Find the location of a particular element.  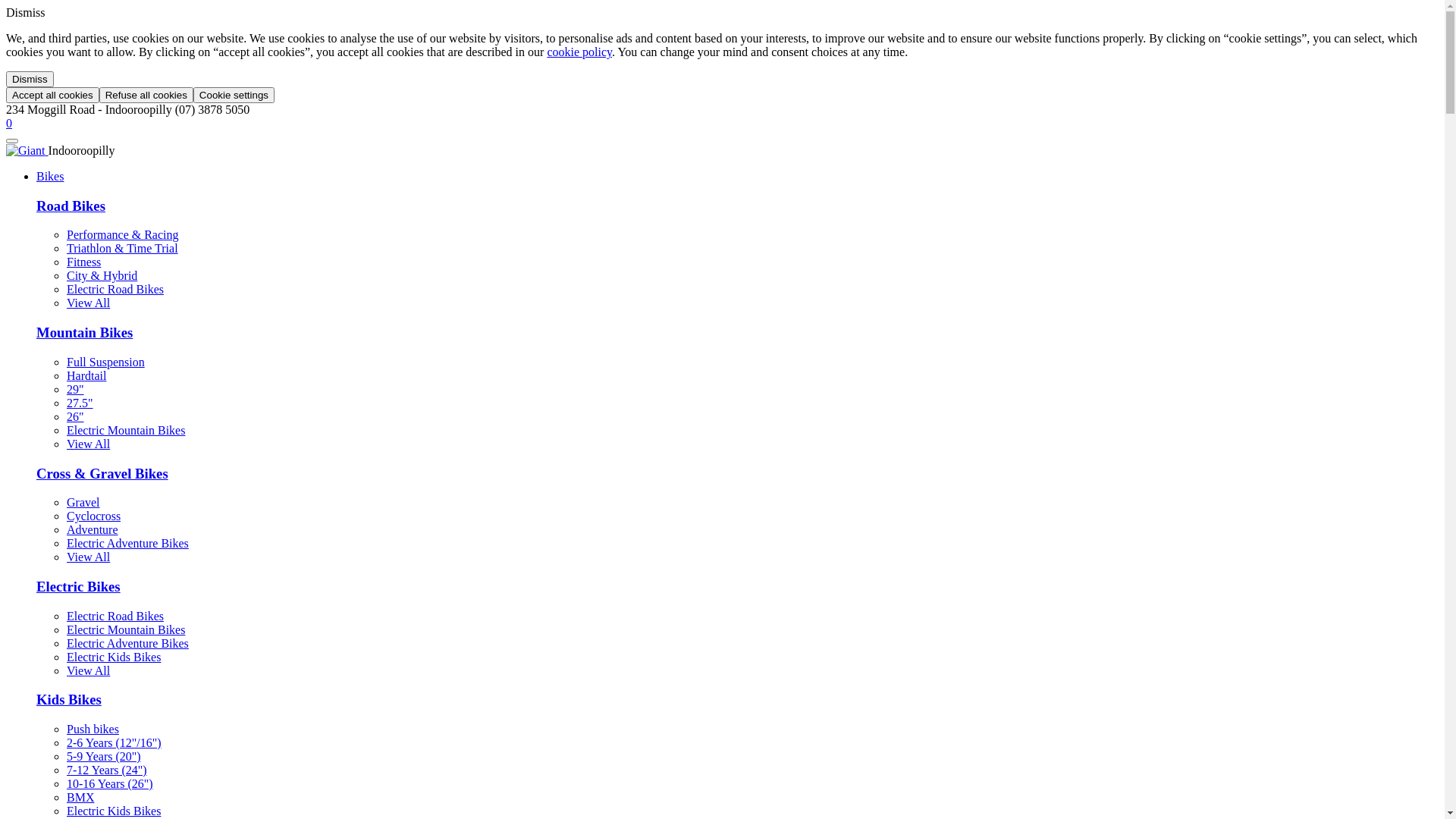

'City & Hybrid' is located at coordinates (65, 275).